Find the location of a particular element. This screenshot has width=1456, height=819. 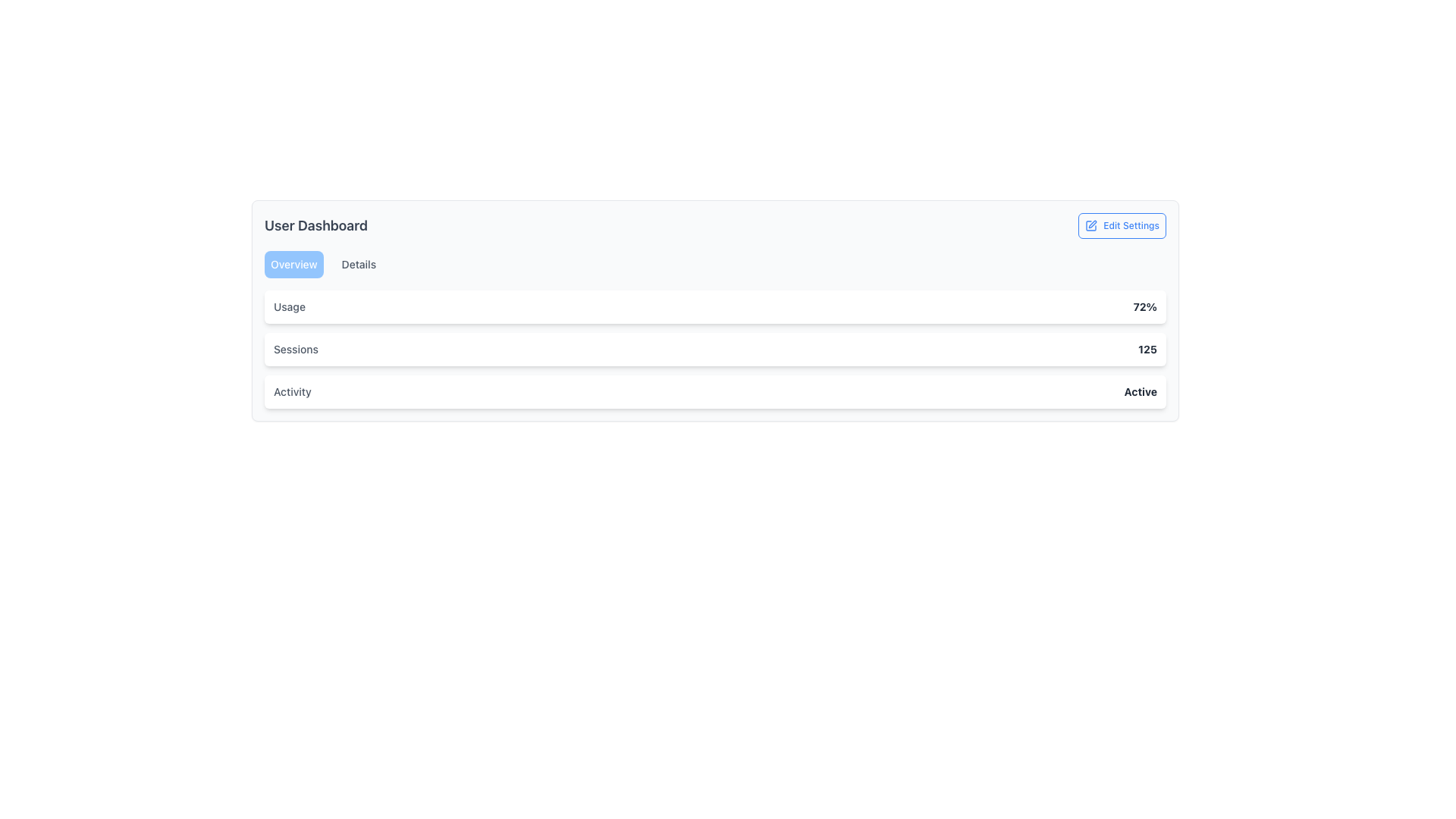

the second button in the dashboard section to observe the hover effect is located at coordinates (358, 263).